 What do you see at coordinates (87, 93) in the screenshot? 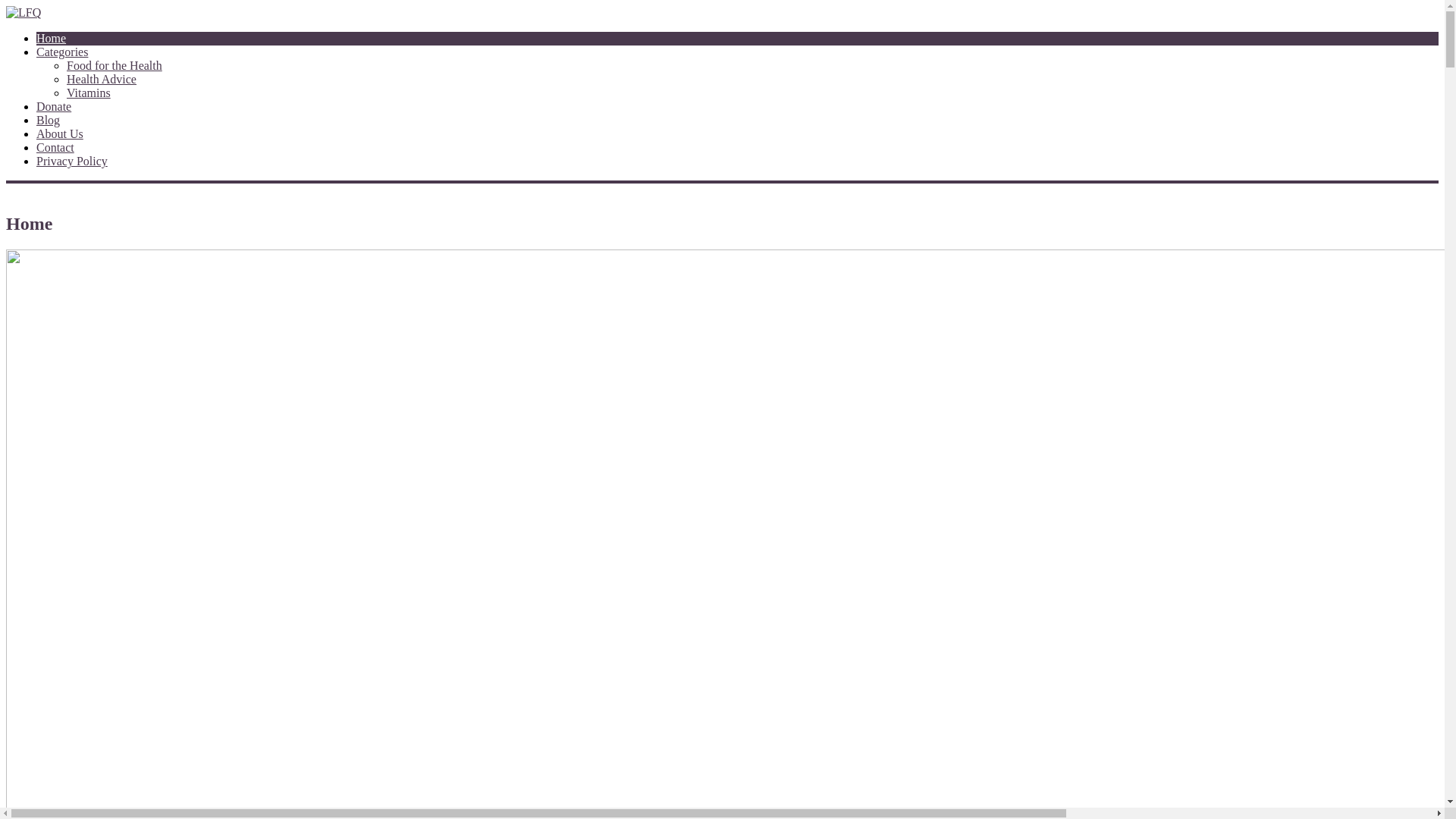
I see `'Vitamins'` at bounding box center [87, 93].